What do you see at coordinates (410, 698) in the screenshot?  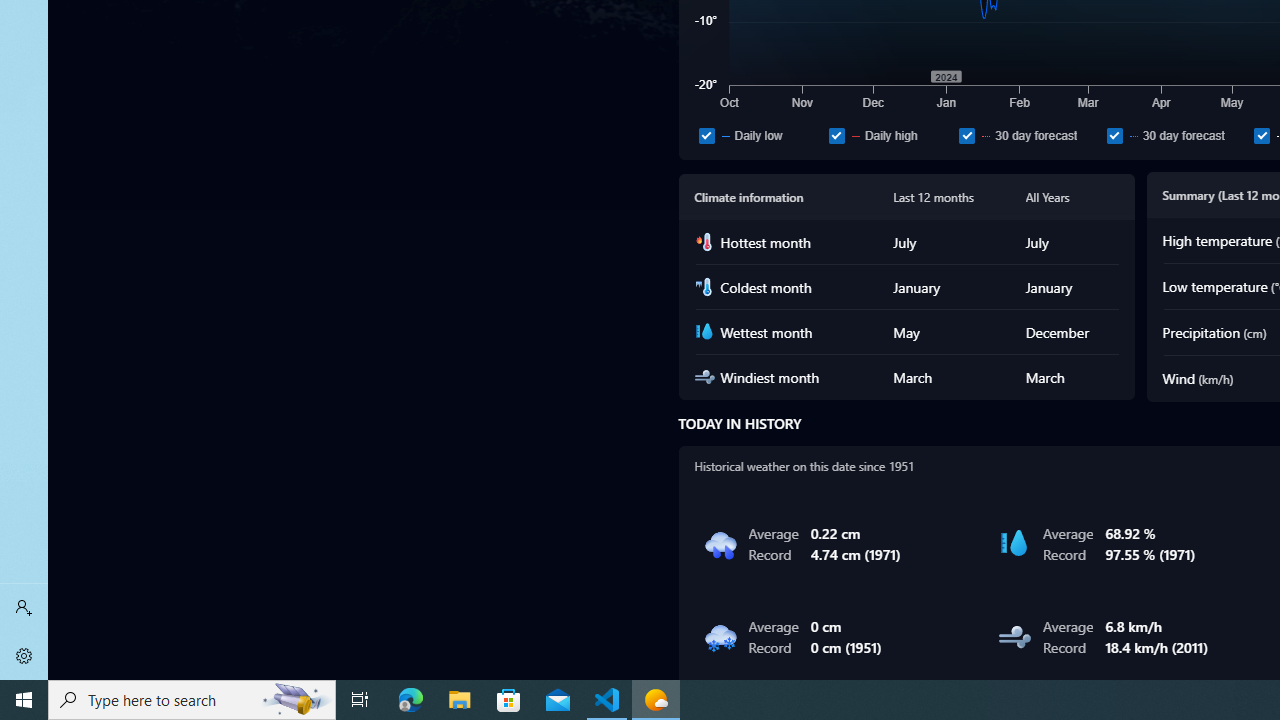 I see `'Microsoft Edge'` at bounding box center [410, 698].